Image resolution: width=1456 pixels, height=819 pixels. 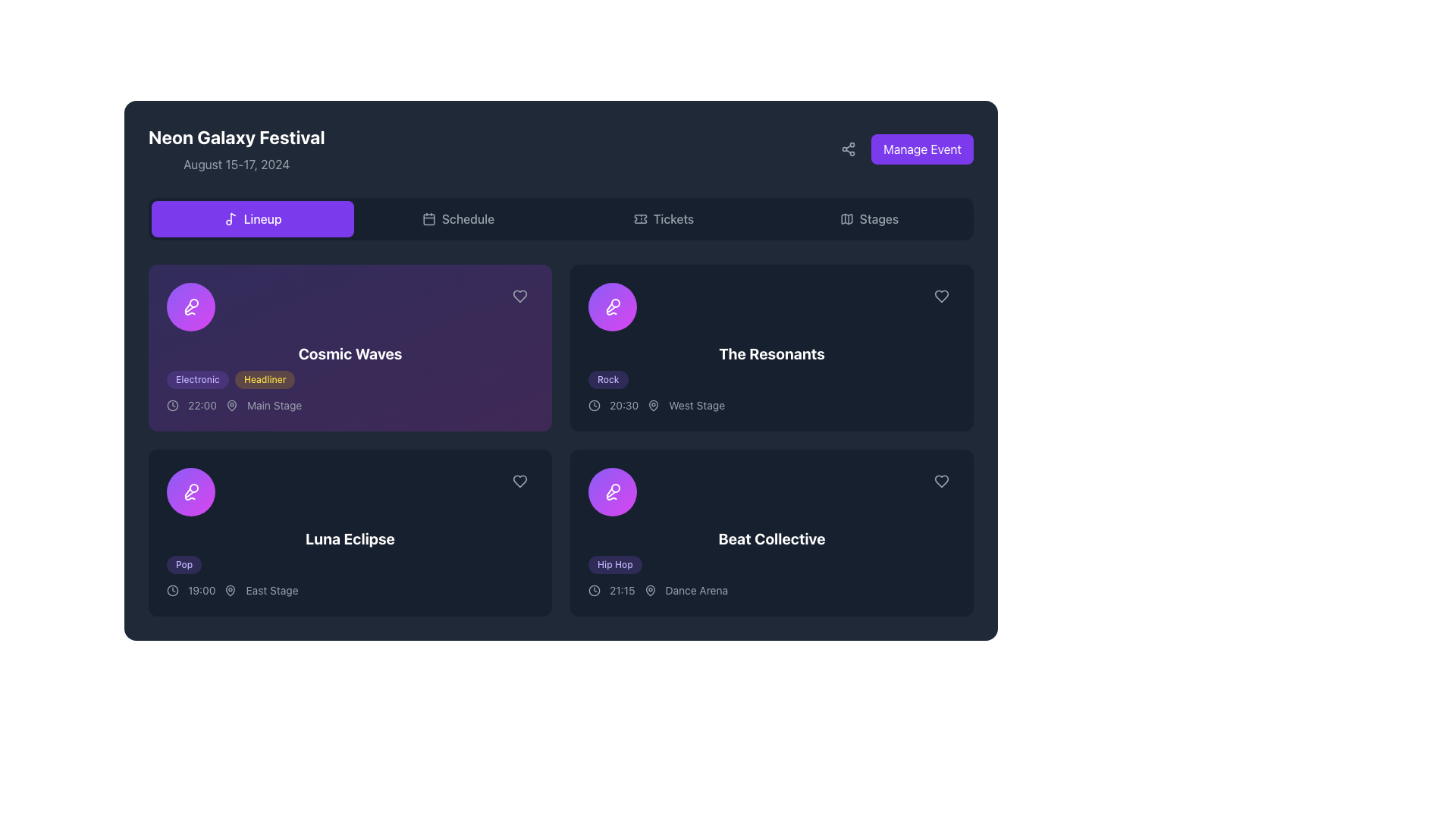 I want to click on the heart-shaped icon in the top-right corner of the purple card labeled 'Cosmic Waves', so click(x=520, y=296).